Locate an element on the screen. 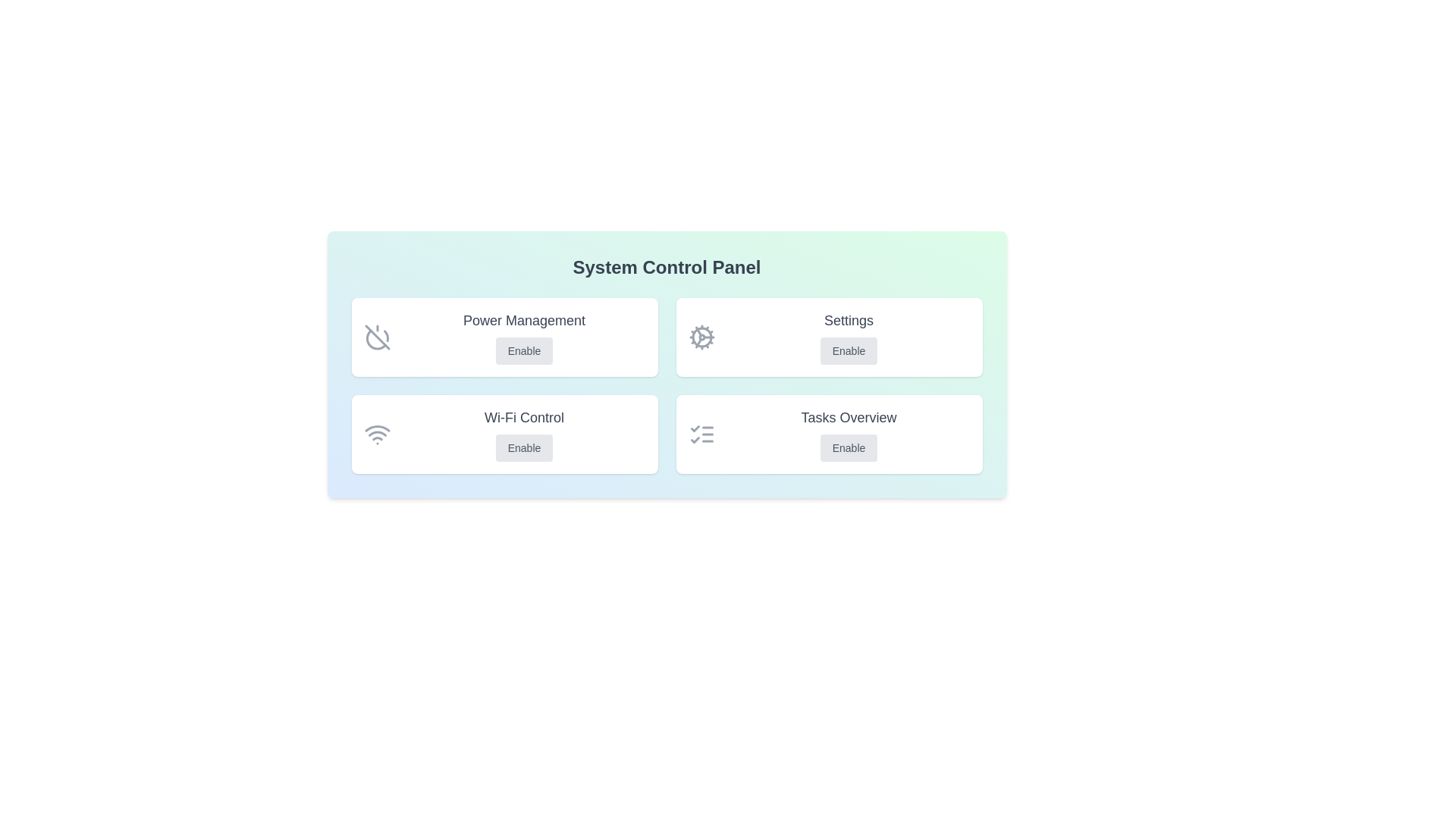 The height and width of the screenshot is (819, 1456). the Wi-Fi connectivity icon located in the 'Wi-Fi Control' panel, positioned to the left of the 'Wi-Fi Control' text and above the 'Enable' button is located at coordinates (377, 435).